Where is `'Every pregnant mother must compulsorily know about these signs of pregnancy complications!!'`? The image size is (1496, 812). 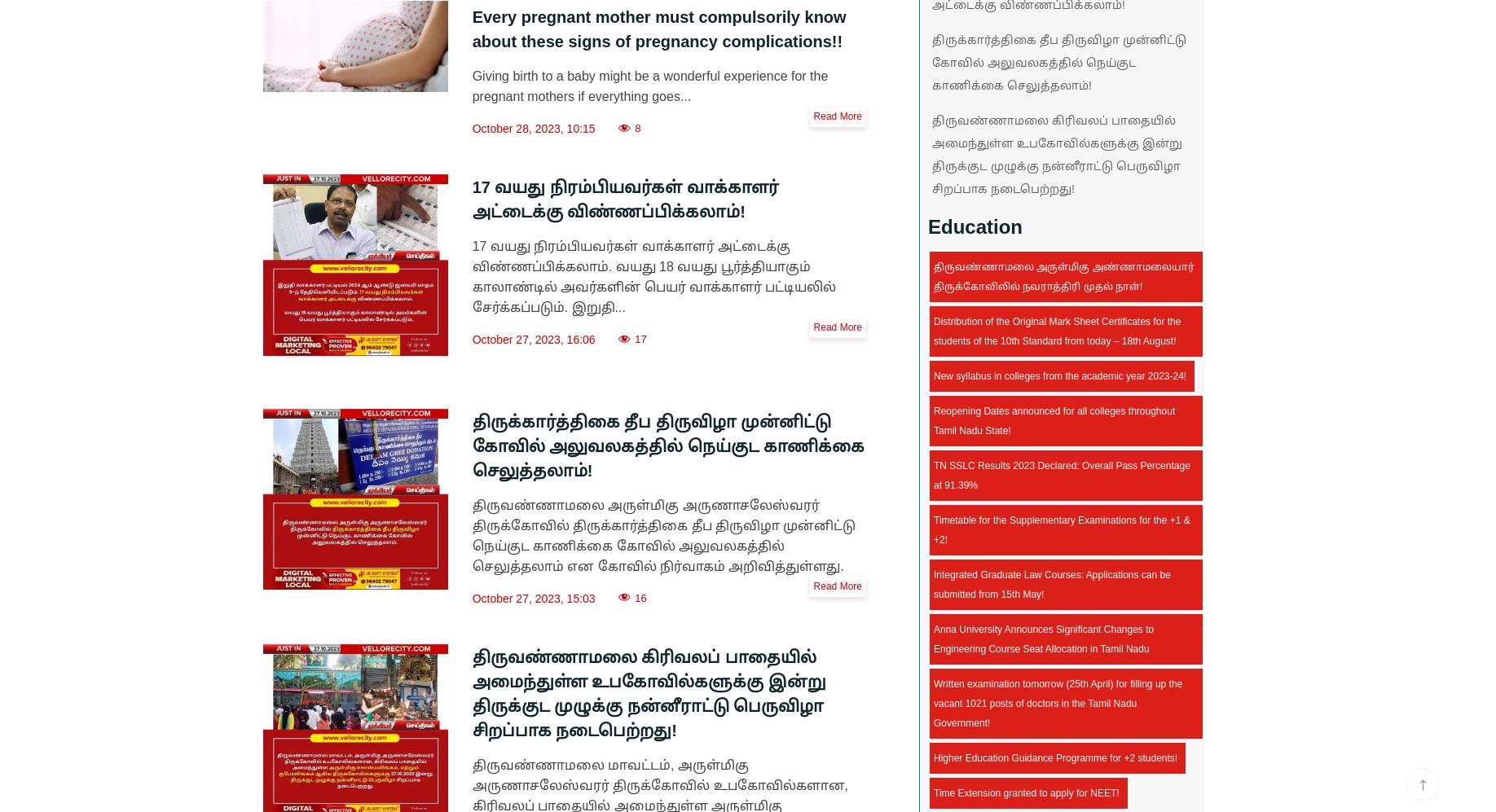 'Every pregnant mother must compulsorily know about these signs of pregnancy complications!!' is located at coordinates (658, 29).